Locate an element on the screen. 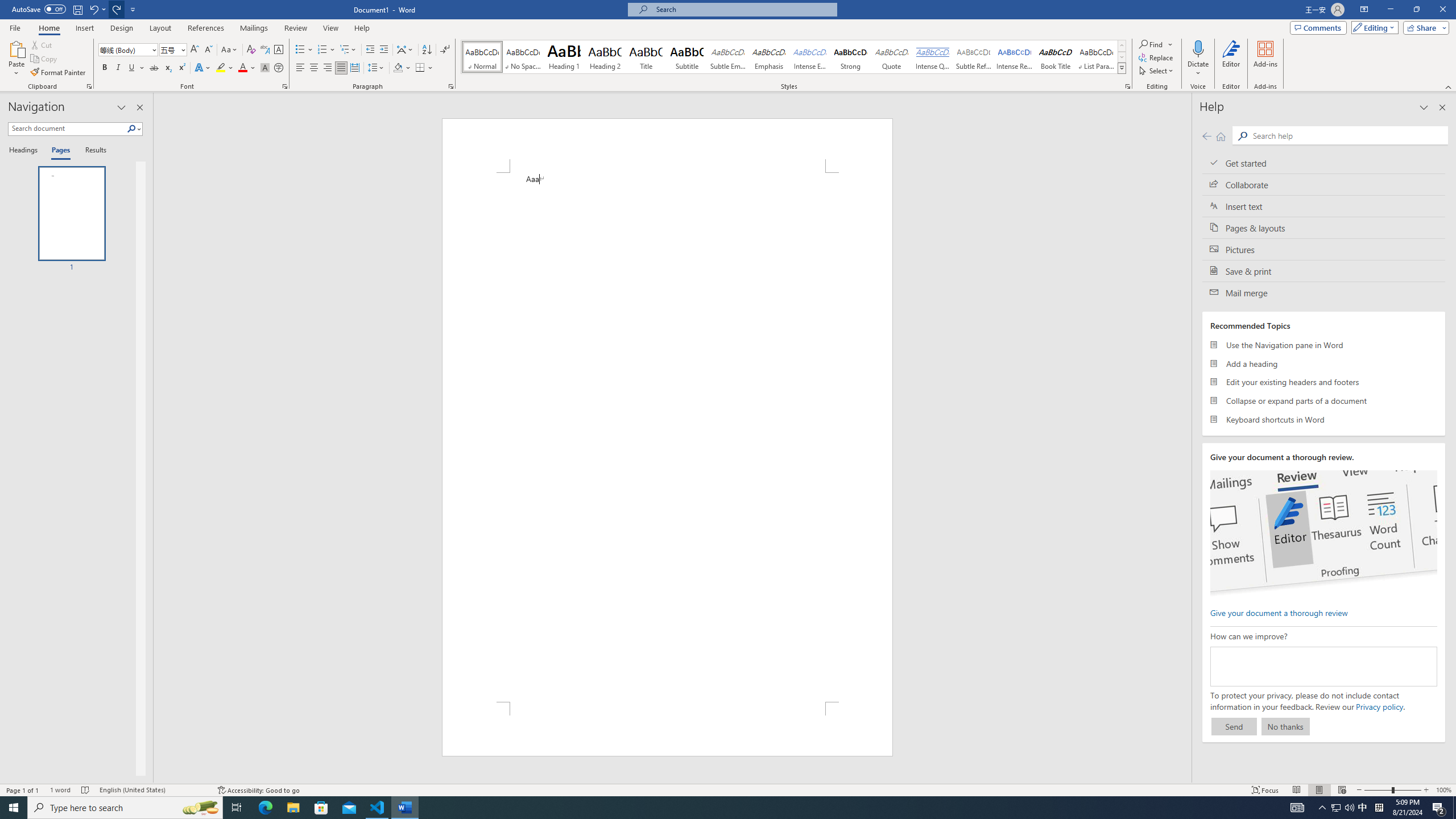 The width and height of the screenshot is (1456, 819). 'Focus ' is located at coordinates (1265, 790).